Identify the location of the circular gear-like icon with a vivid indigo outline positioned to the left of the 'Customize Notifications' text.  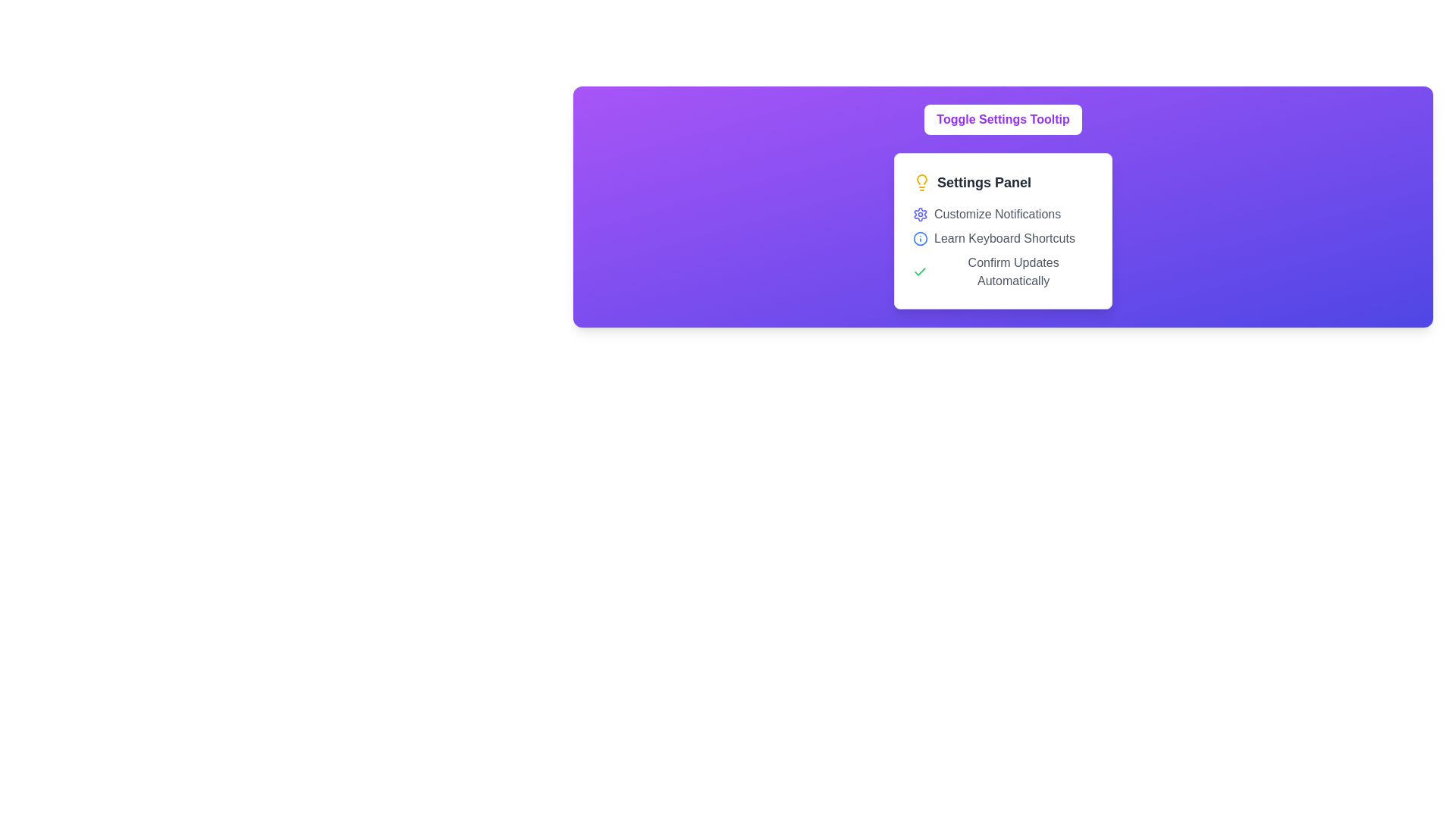
(920, 214).